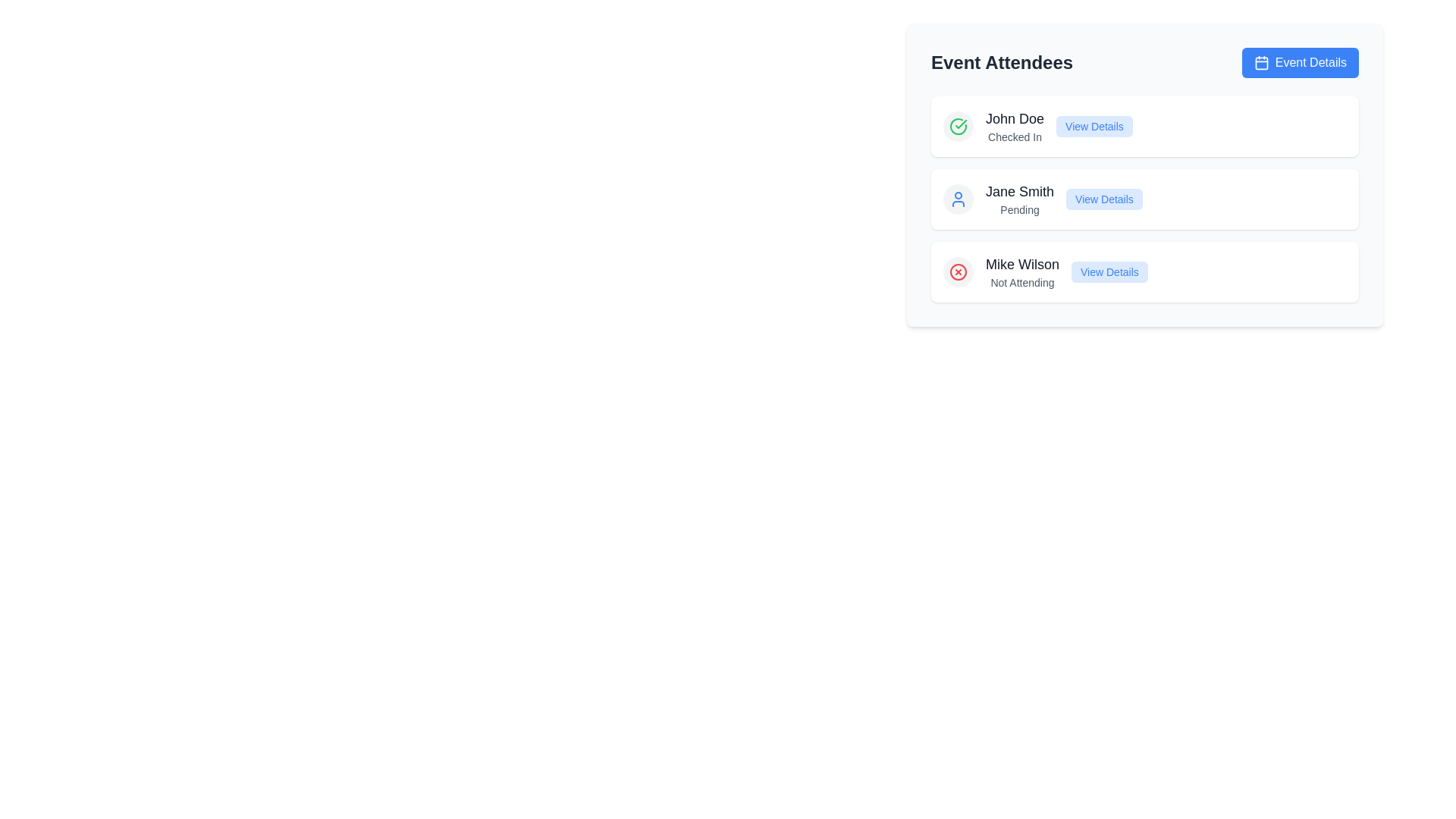 This screenshot has width=1456, height=819. Describe the element at coordinates (957, 125) in the screenshot. I see `the small circular icon with a gray background and a green check mark, located to the left of the name 'John Doe' in the 'Event Attendees' section` at that location.